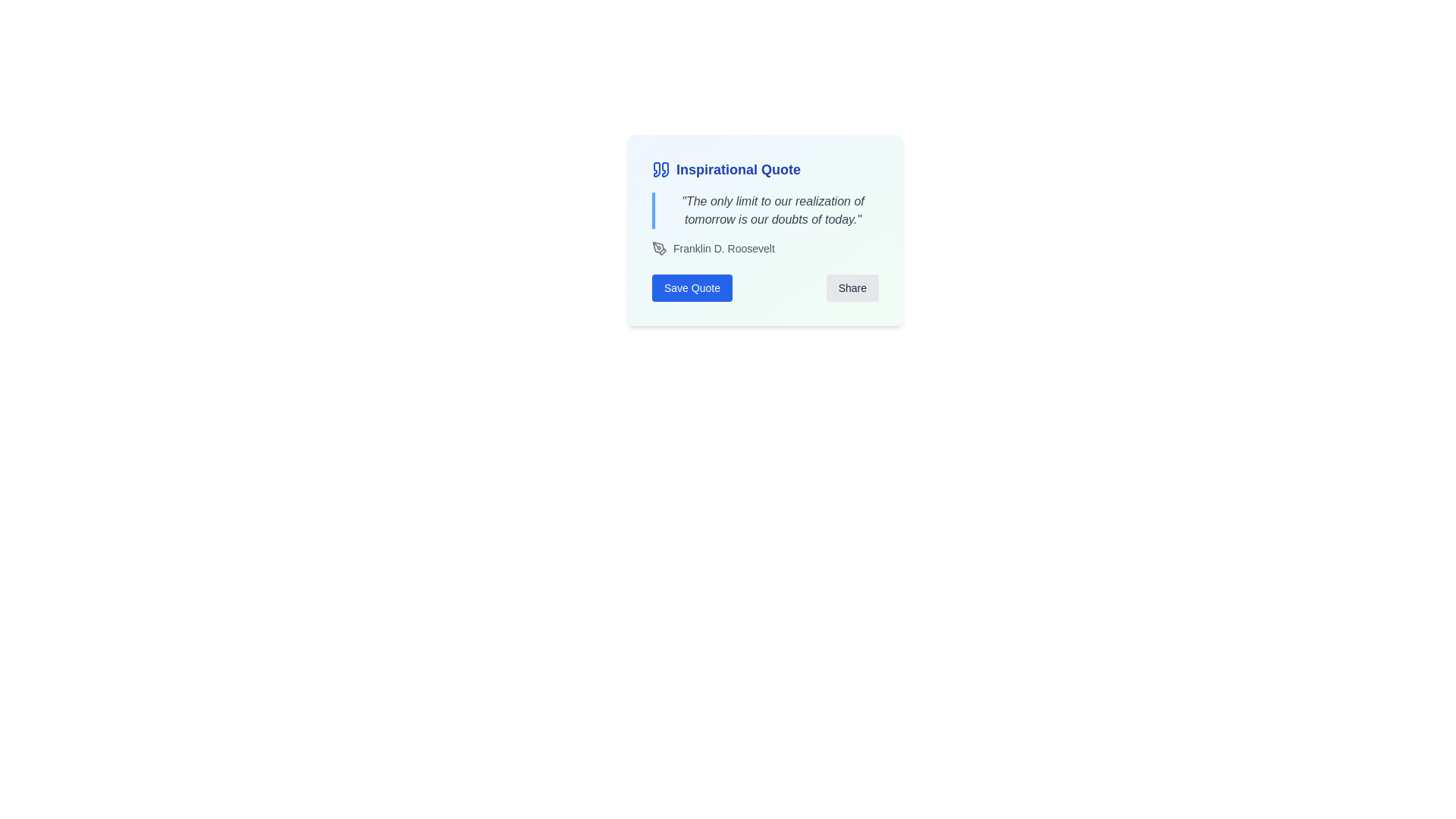  I want to click on text label that credits the quote to 'Franklin D. Roosevelt', positioned below the main quoted text and above the 'Save Quote' and 'Share' buttons, so click(765, 247).